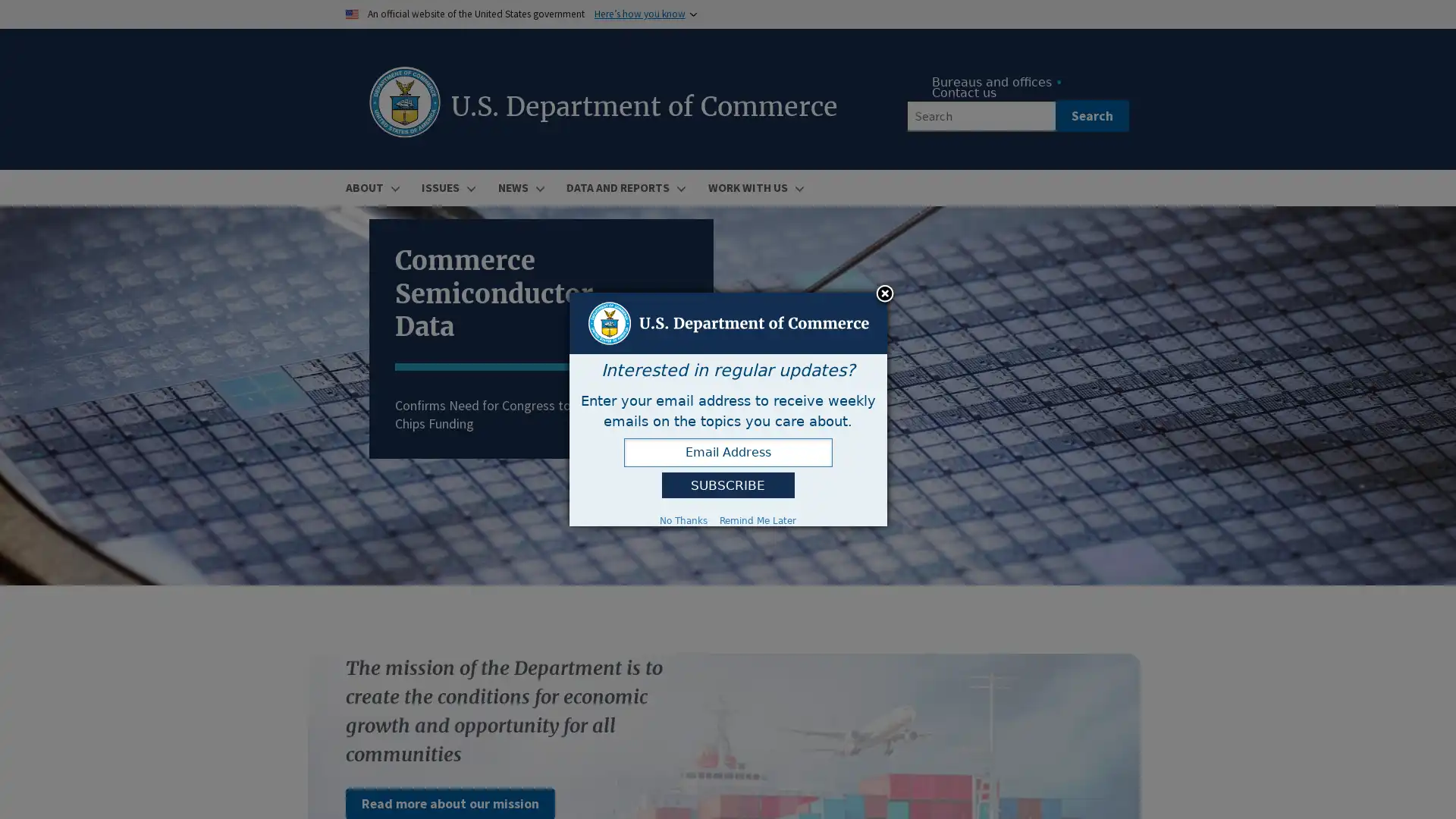  Describe the element at coordinates (884, 294) in the screenshot. I see `Close subscription dialog` at that location.